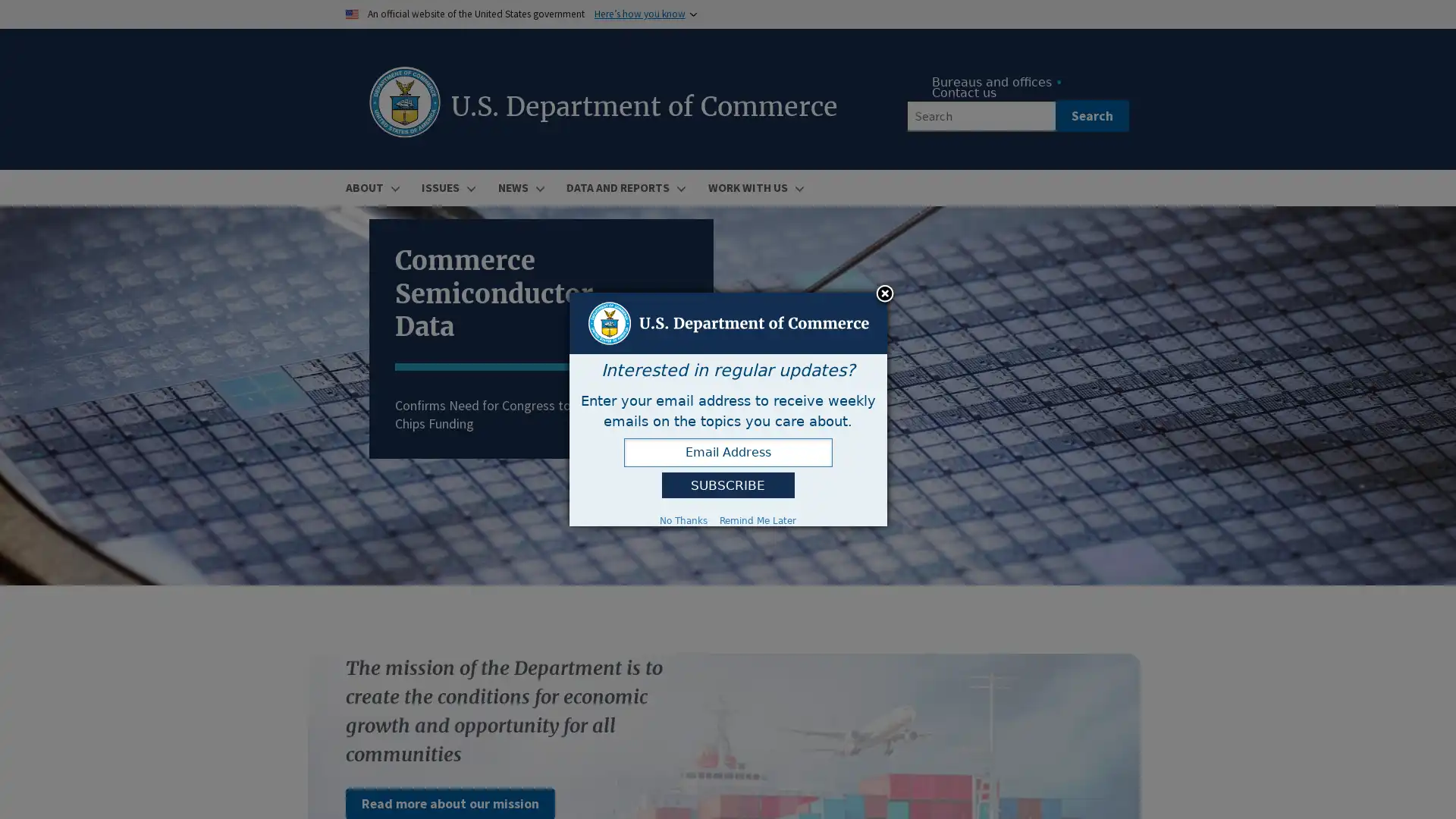  Describe the element at coordinates (884, 294) in the screenshot. I see `Close subscription dialog` at that location.